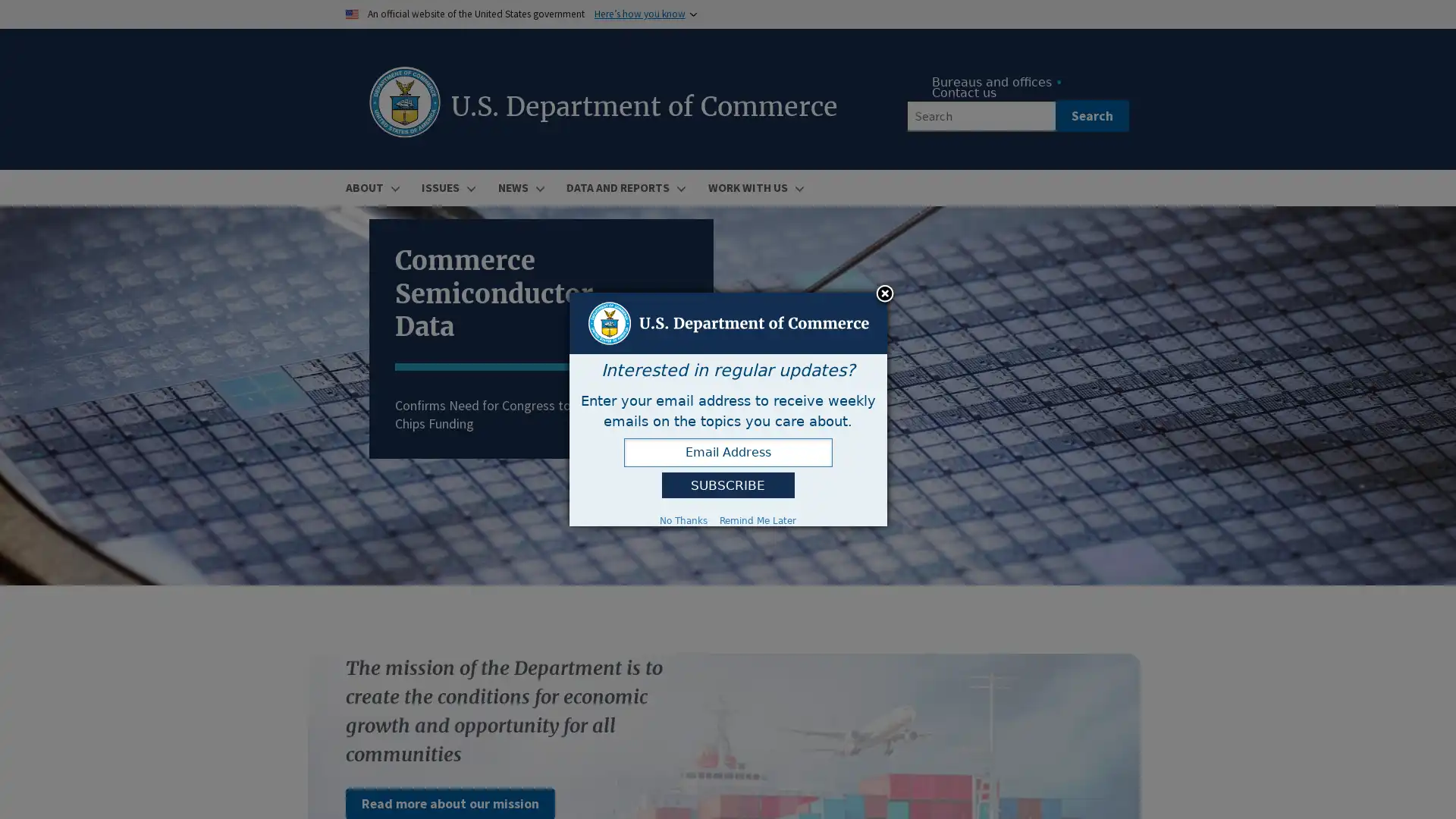  Describe the element at coordinates (884, 294) in the screenshot. I see `Close subscription dialog` at that location.